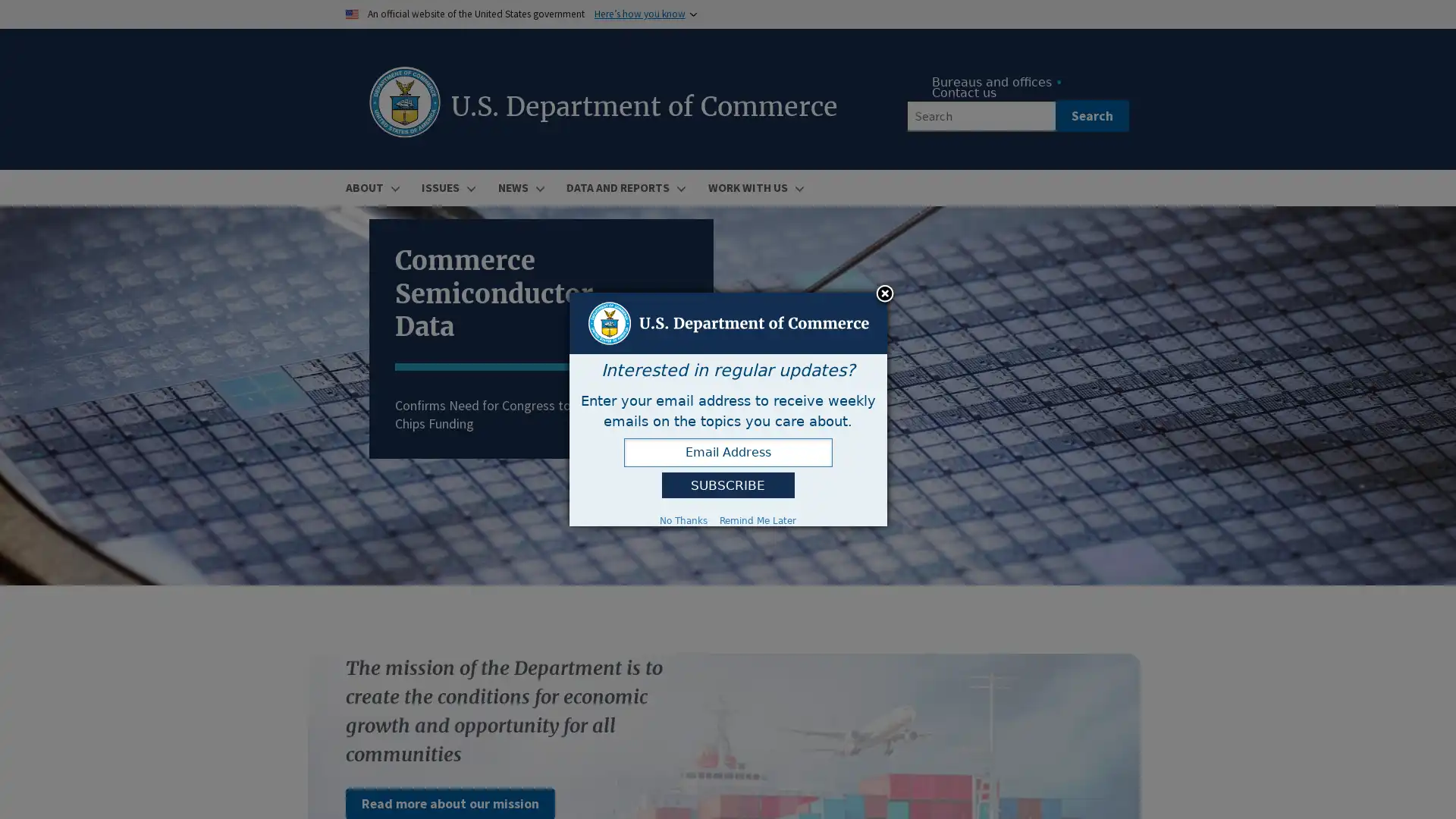  Describe the element at coordinates (884, 294) in the screenshot. I see `Close subscription dialog` at that location.